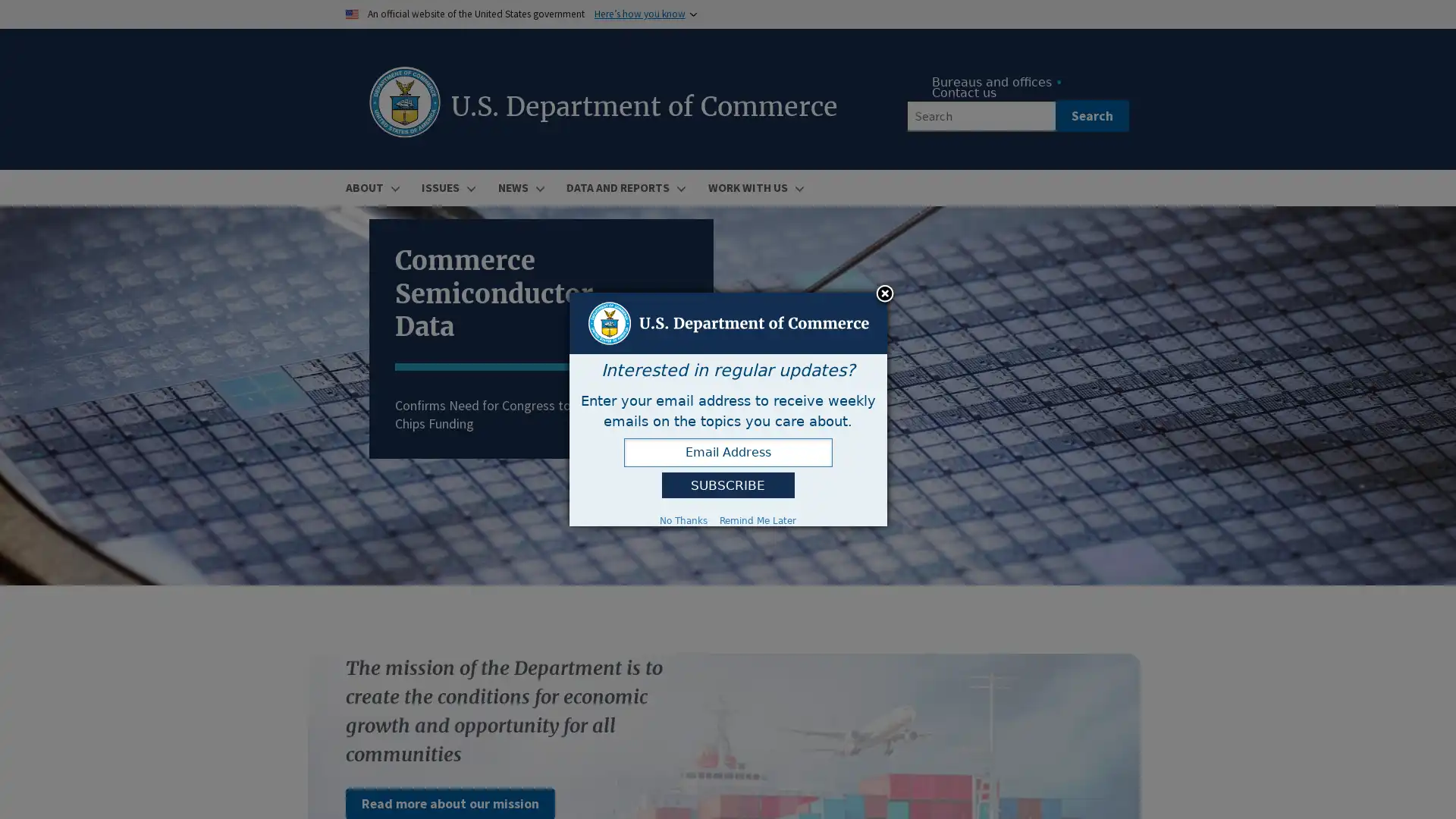  Describe the element at coordinates (884, 294) in the screenshot. I see `Close subscription dialog` at that location.